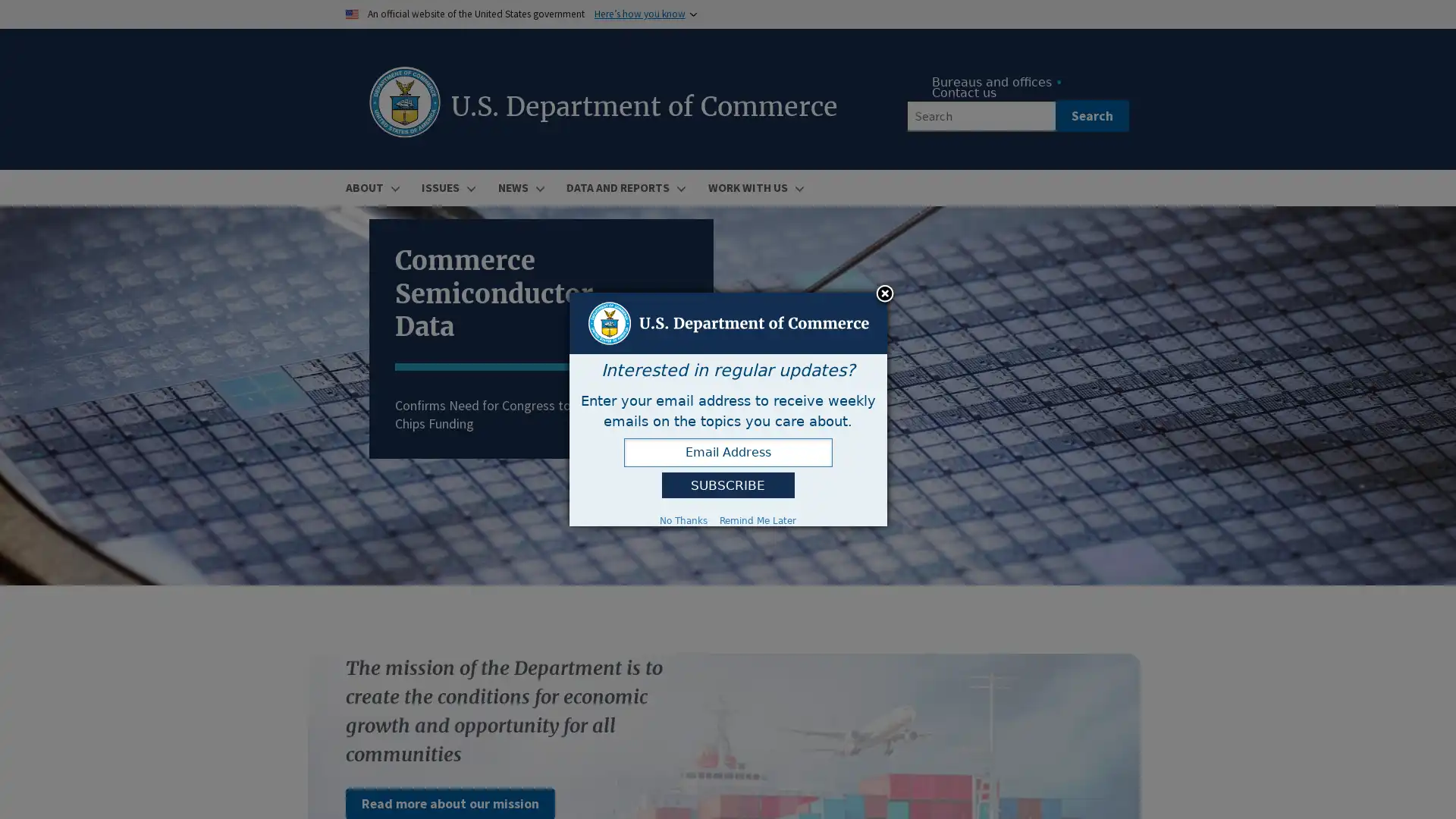  Describe the element at coordinates (884, 294) in the screenshot. I see `Close subscription dialog` at that location.